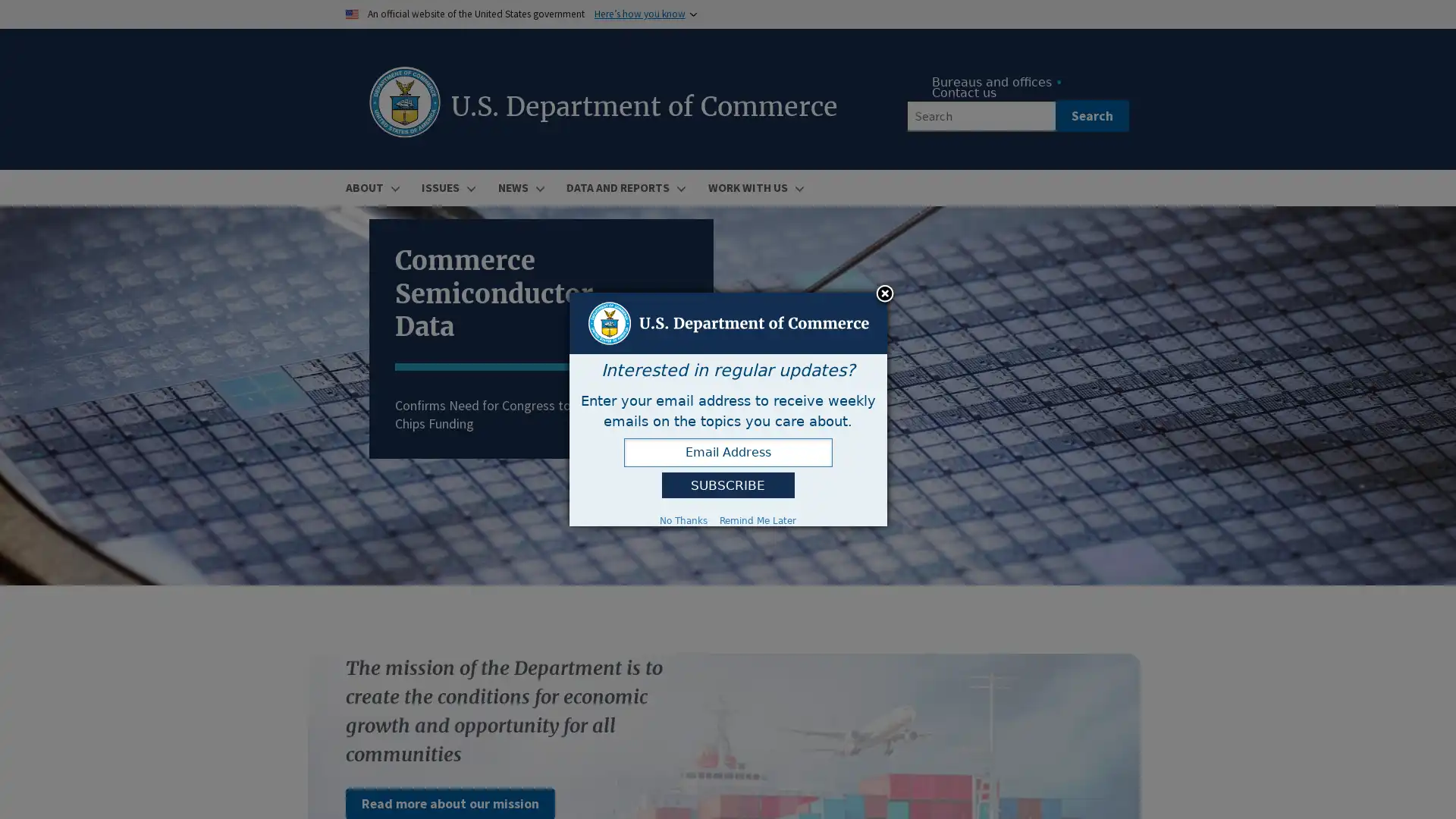  Describe the element at coordinates (884, 294) in the screenshot. I see `Close subscription dialog` at that location.